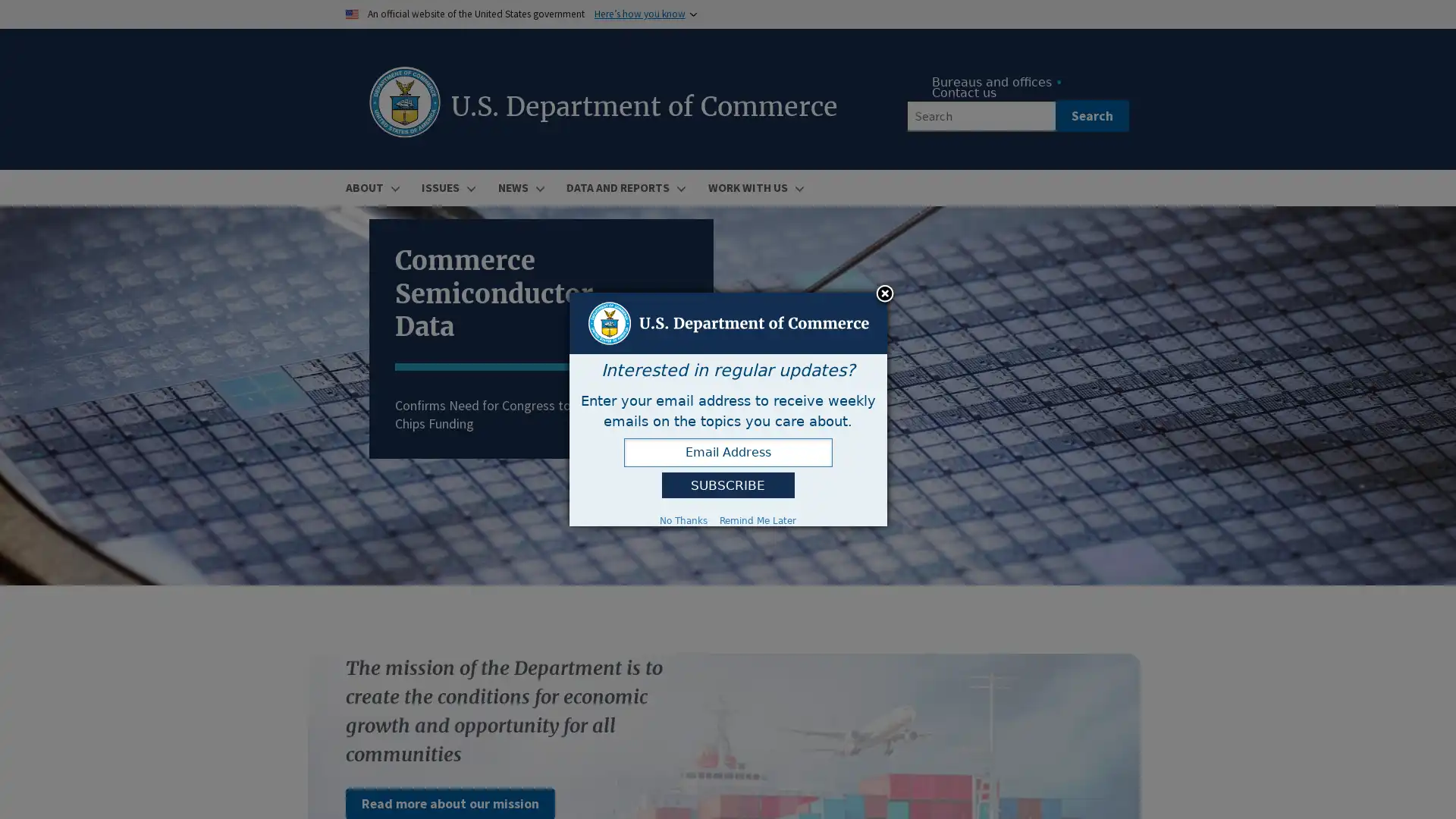  Describe the element at coordinates (884, 294) in the screenshot. I see `Close subscription dialog` at that location.